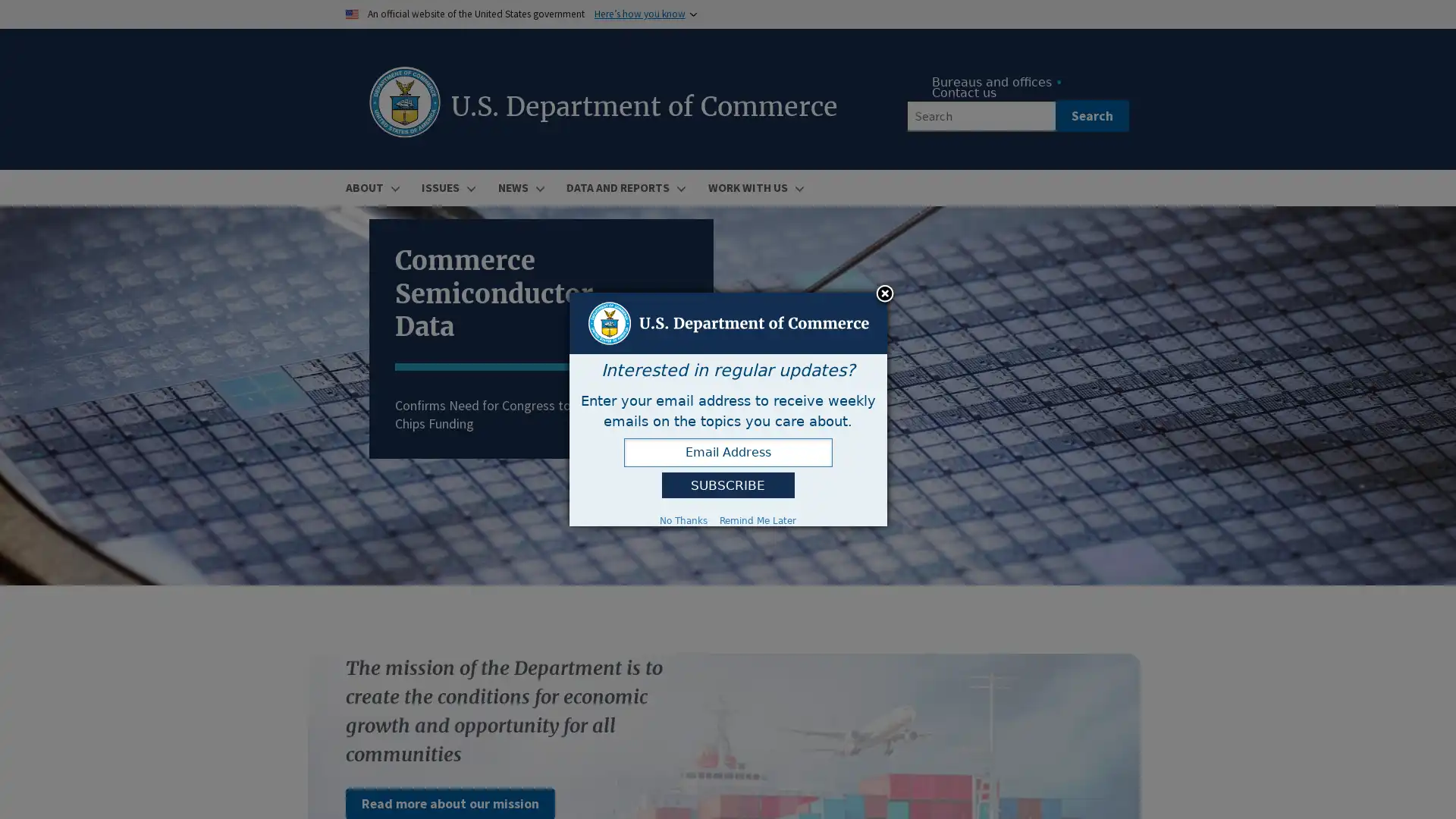  Describe the element at coordinates (884, 294) in the screenshot. I see `Close subscription dialog` at that location.